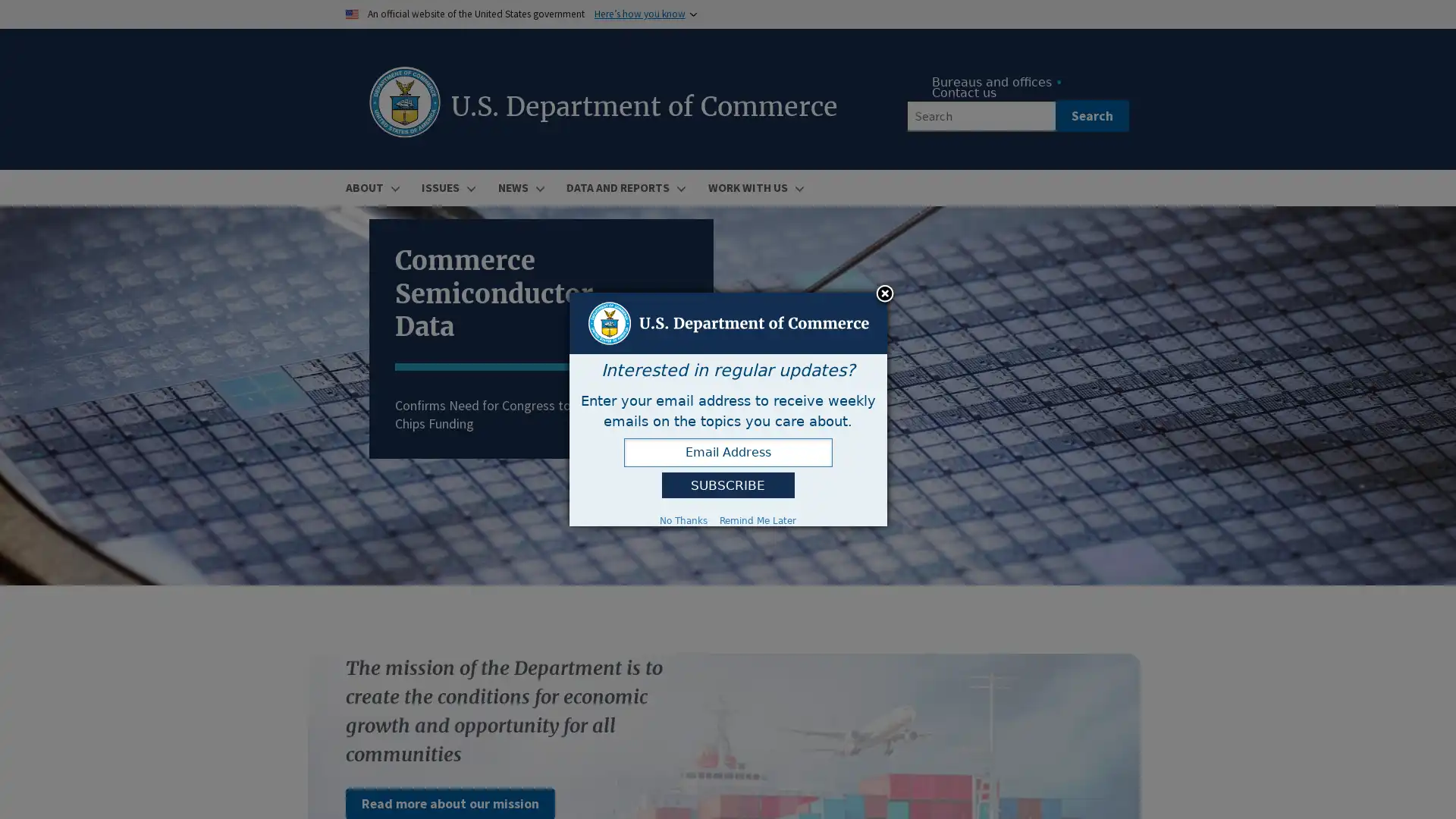  Describe the element at coordinates (884, 294) in the screenshot. I see `Close subscription dialog` at that location.